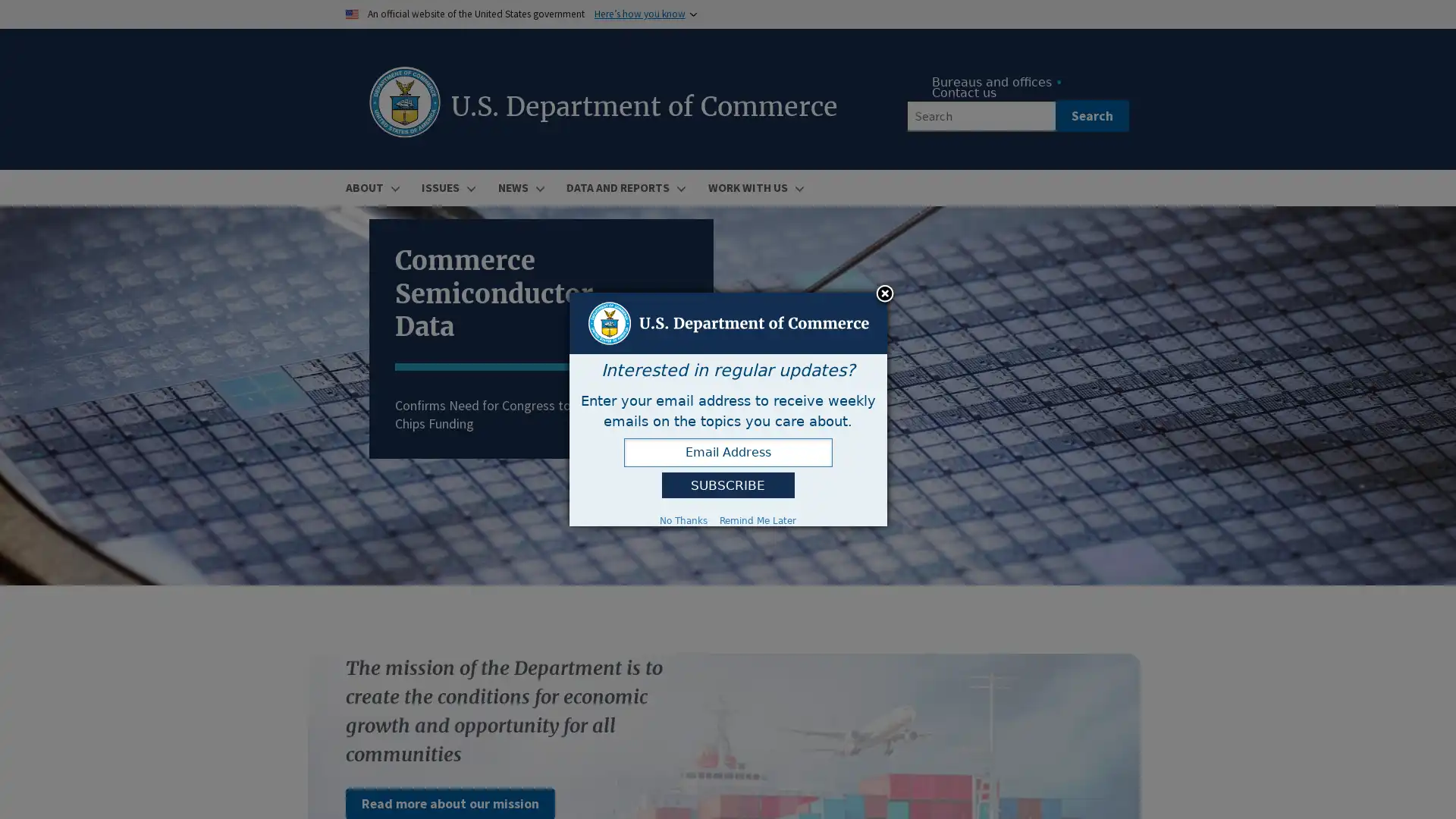  Describe the element at coordinates (884, 294) in the screenshot. I see `Close subscription dialog` at that location.